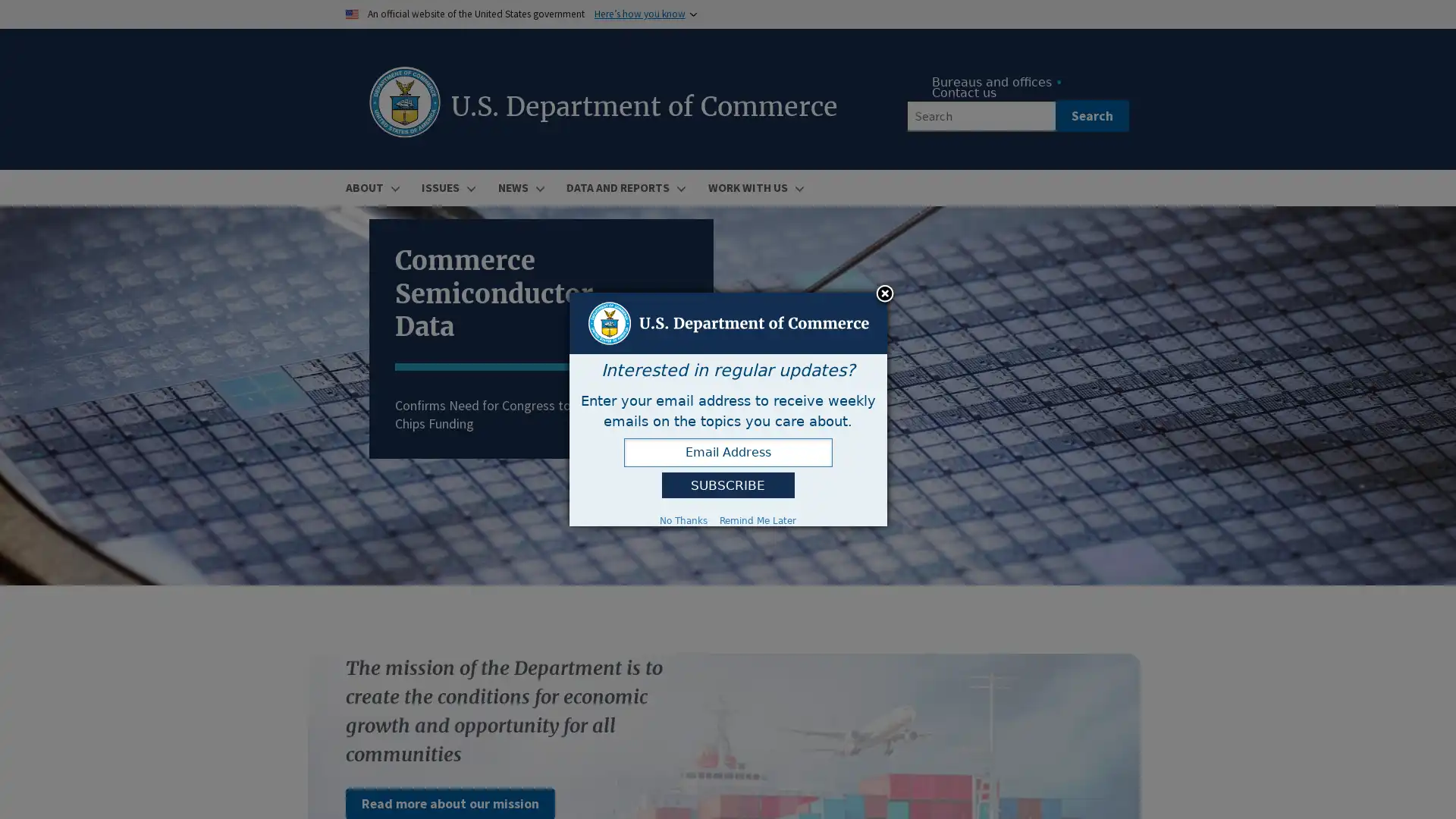  Describe the element at coordinates (884, 294) in the screenshot. I see `Close subscription dialog` at that location.